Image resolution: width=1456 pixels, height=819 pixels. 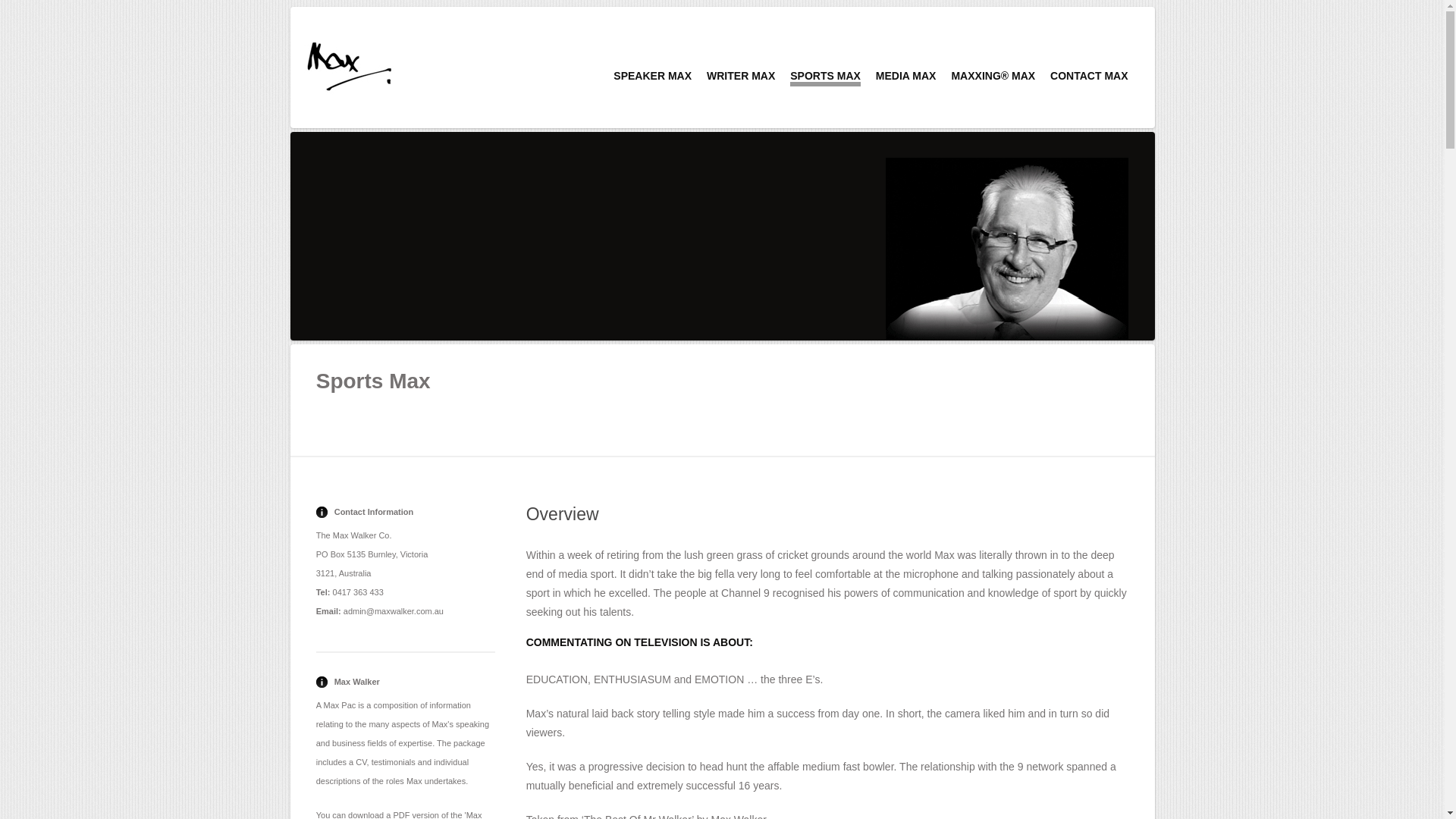 What do you see at coordinates (348, 64) in the screenshot?
I see `'Max Walker'` at bounding box center [348, 64].